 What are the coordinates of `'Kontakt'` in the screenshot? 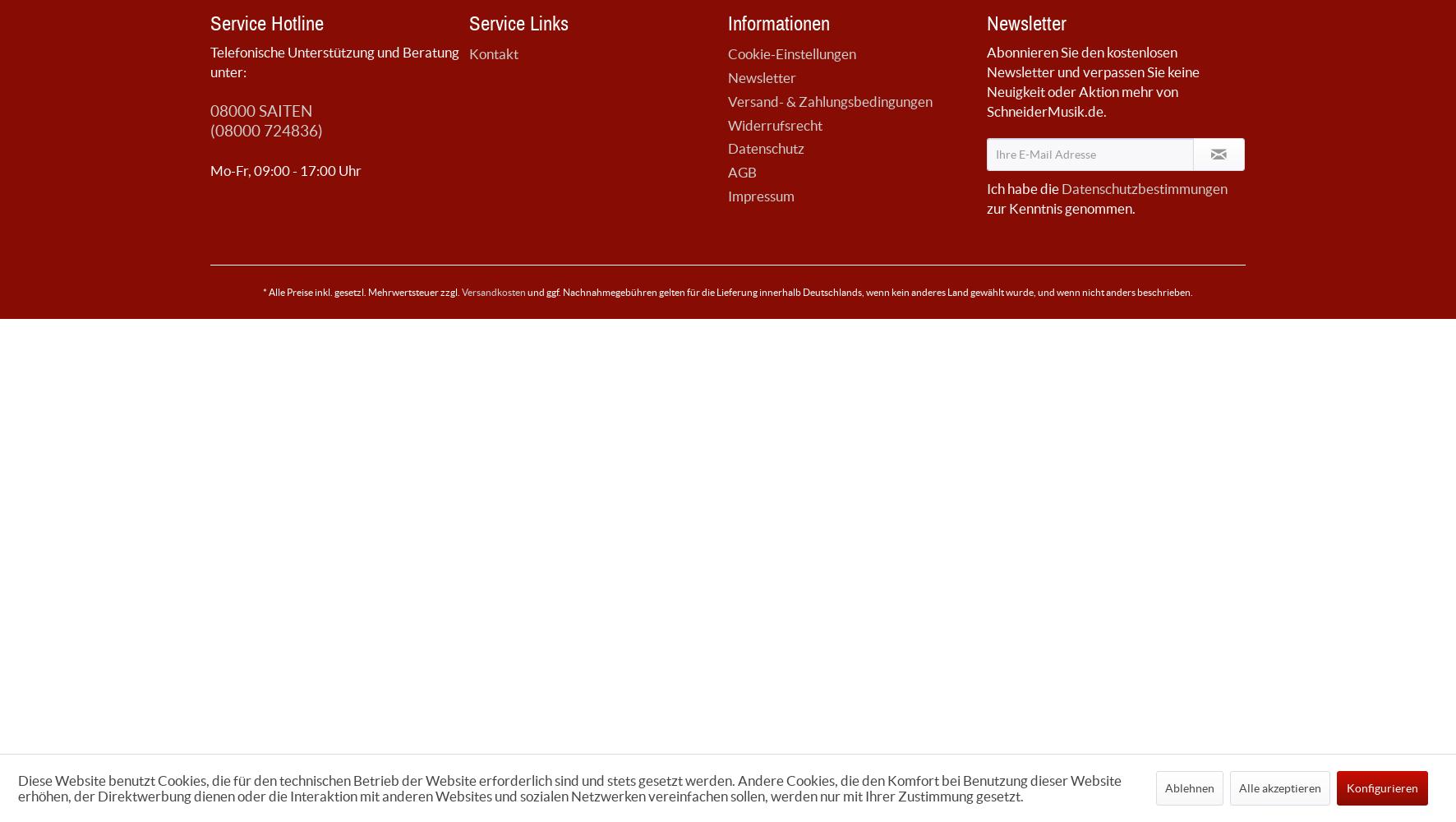 It's located at (494, 52).